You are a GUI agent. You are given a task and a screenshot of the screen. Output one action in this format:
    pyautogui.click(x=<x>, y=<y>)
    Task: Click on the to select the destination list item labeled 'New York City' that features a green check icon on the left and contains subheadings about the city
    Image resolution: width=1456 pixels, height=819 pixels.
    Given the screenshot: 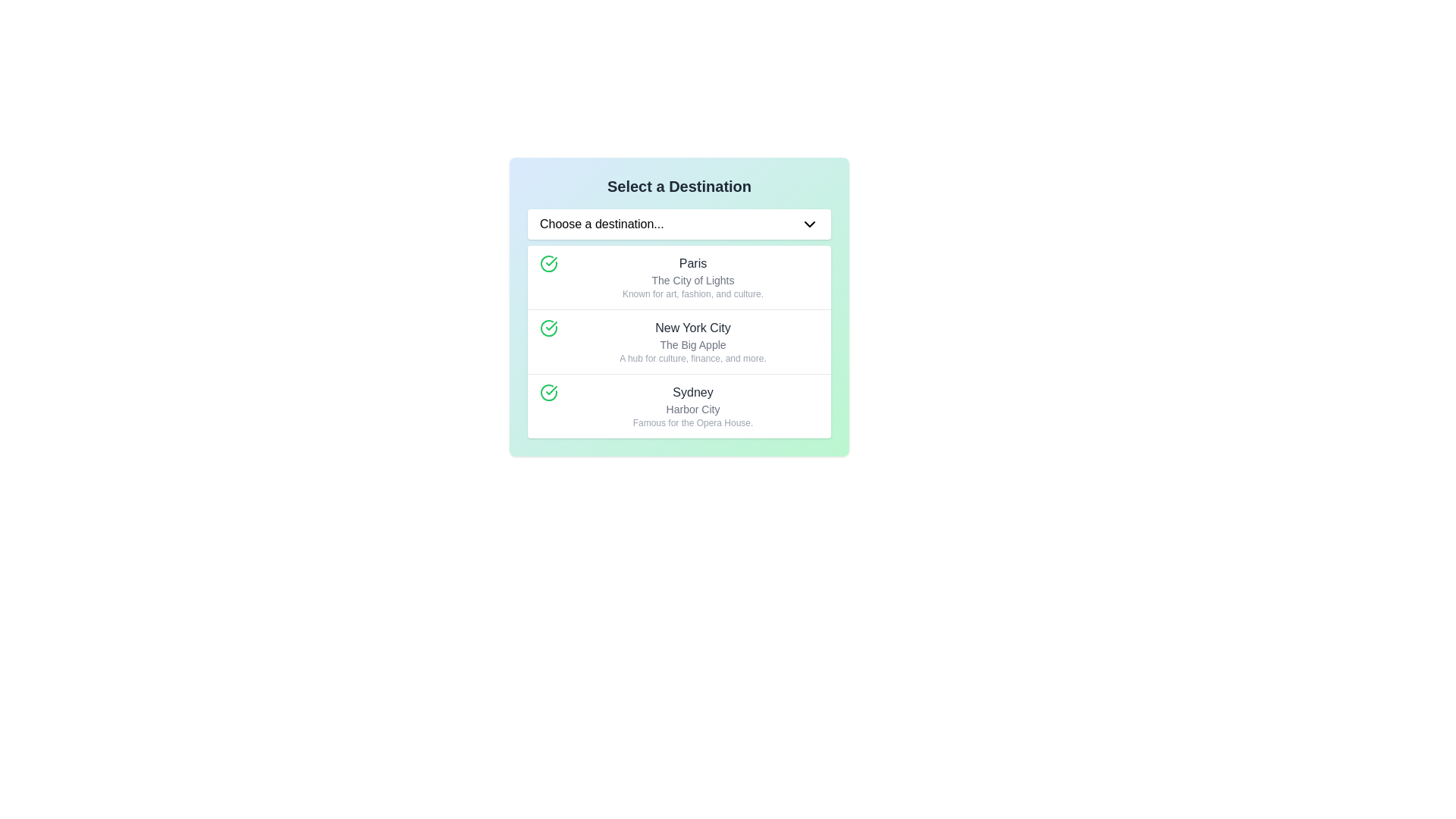 What is the action you would take?
    pyautogui.click(x=679, y=341)
    